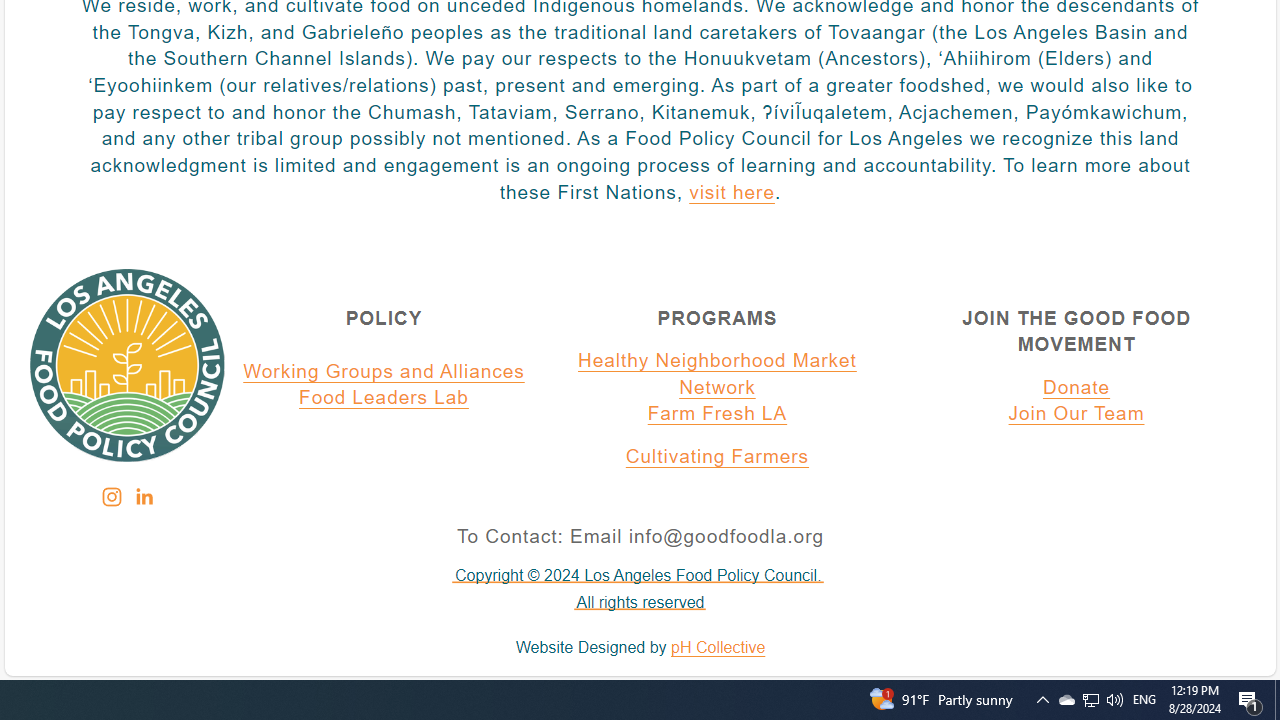 The image size is (1280, 720). Describe the element at coordinates (110, 496) in the screenshot. I see `'Instagram'` at that location.